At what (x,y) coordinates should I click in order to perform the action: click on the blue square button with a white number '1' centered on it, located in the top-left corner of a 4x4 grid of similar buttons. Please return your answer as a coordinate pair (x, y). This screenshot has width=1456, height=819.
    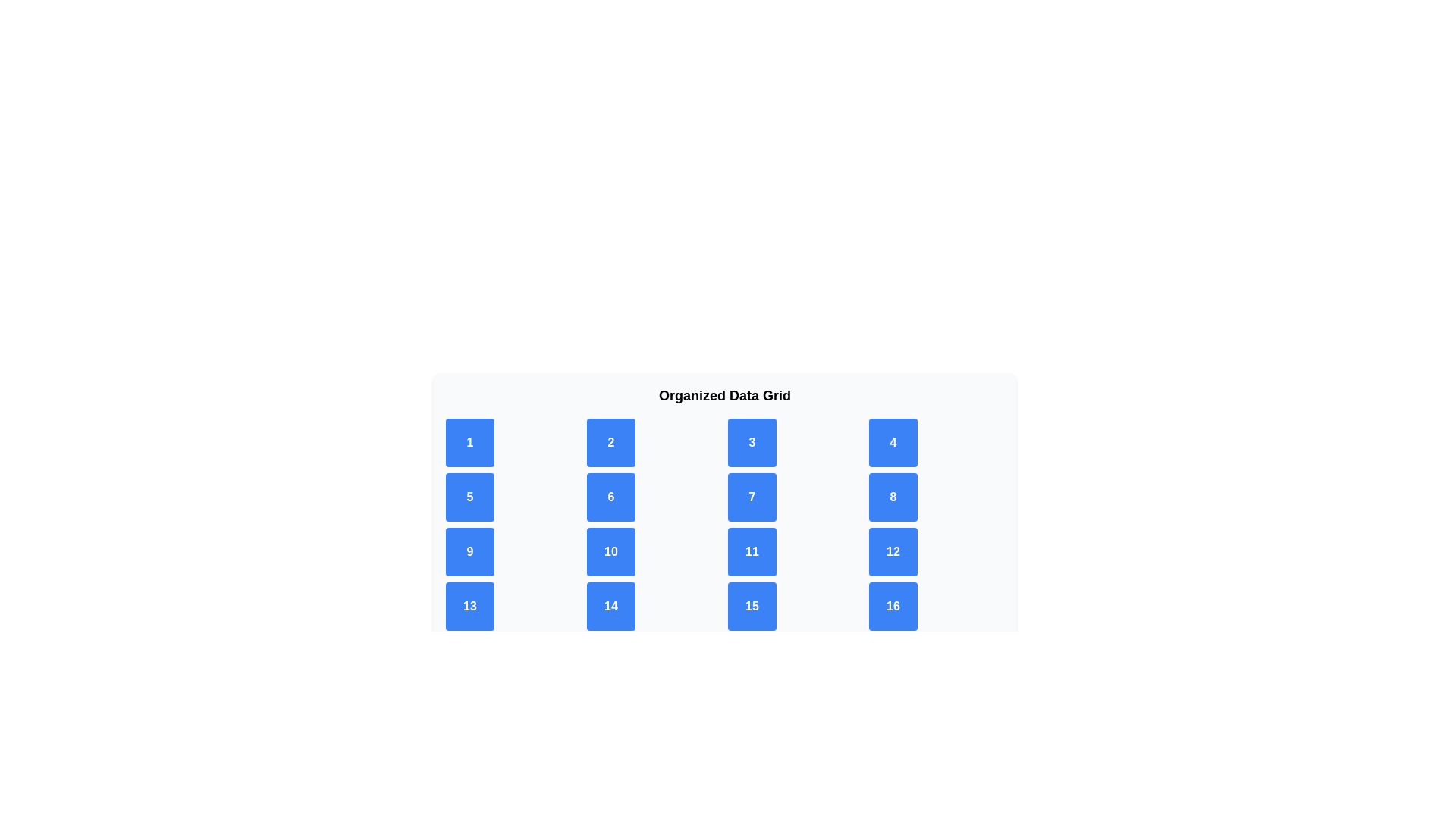
    Looking at the image, I should click on (469, 442).